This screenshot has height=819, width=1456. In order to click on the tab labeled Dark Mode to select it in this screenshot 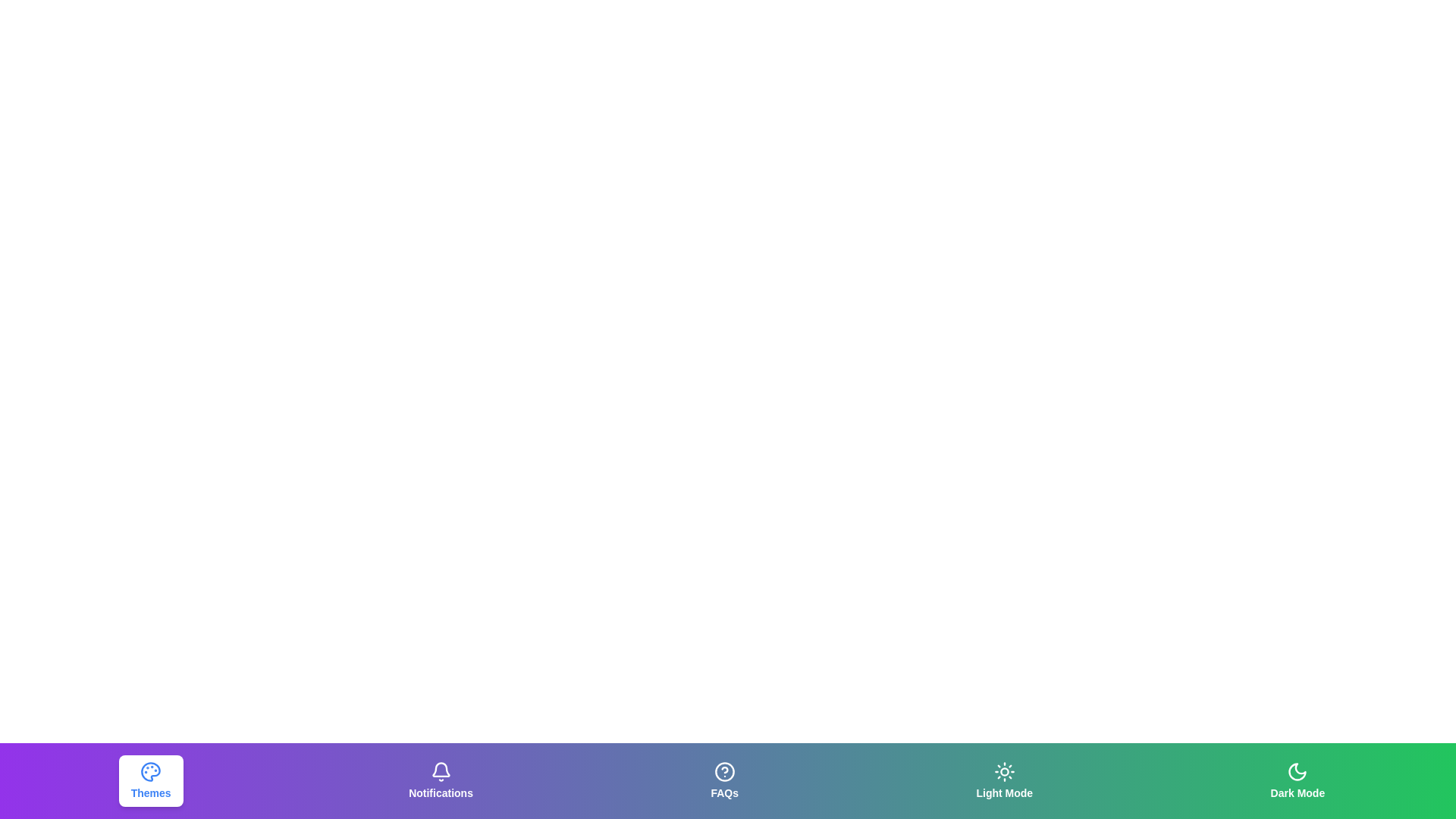, I will do `click(1296, 780)`.